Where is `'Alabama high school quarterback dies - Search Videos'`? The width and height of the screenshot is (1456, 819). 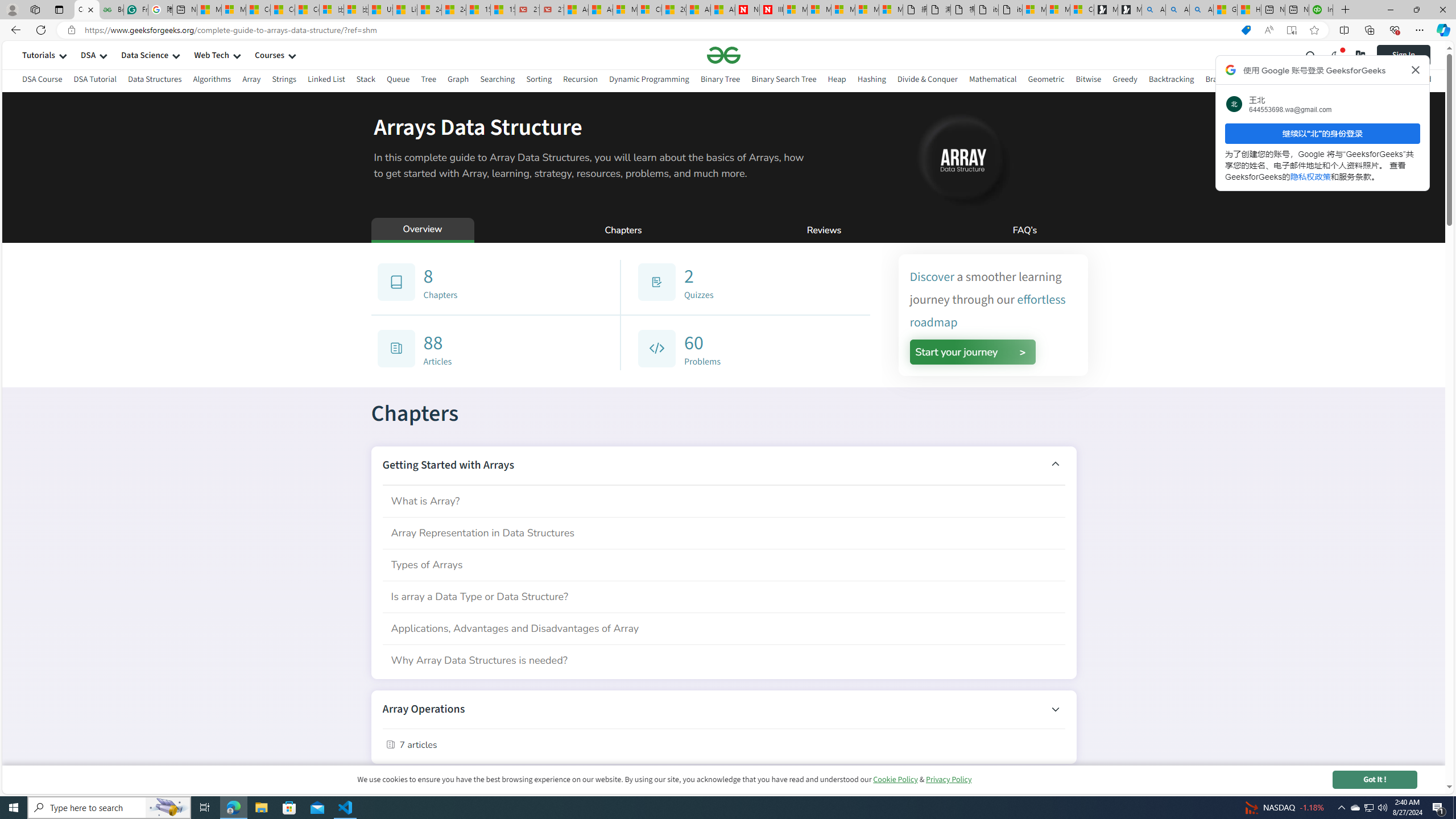 'Alabama high school quarterback dies - Search Videos' is located at coordinates (1201, 9).